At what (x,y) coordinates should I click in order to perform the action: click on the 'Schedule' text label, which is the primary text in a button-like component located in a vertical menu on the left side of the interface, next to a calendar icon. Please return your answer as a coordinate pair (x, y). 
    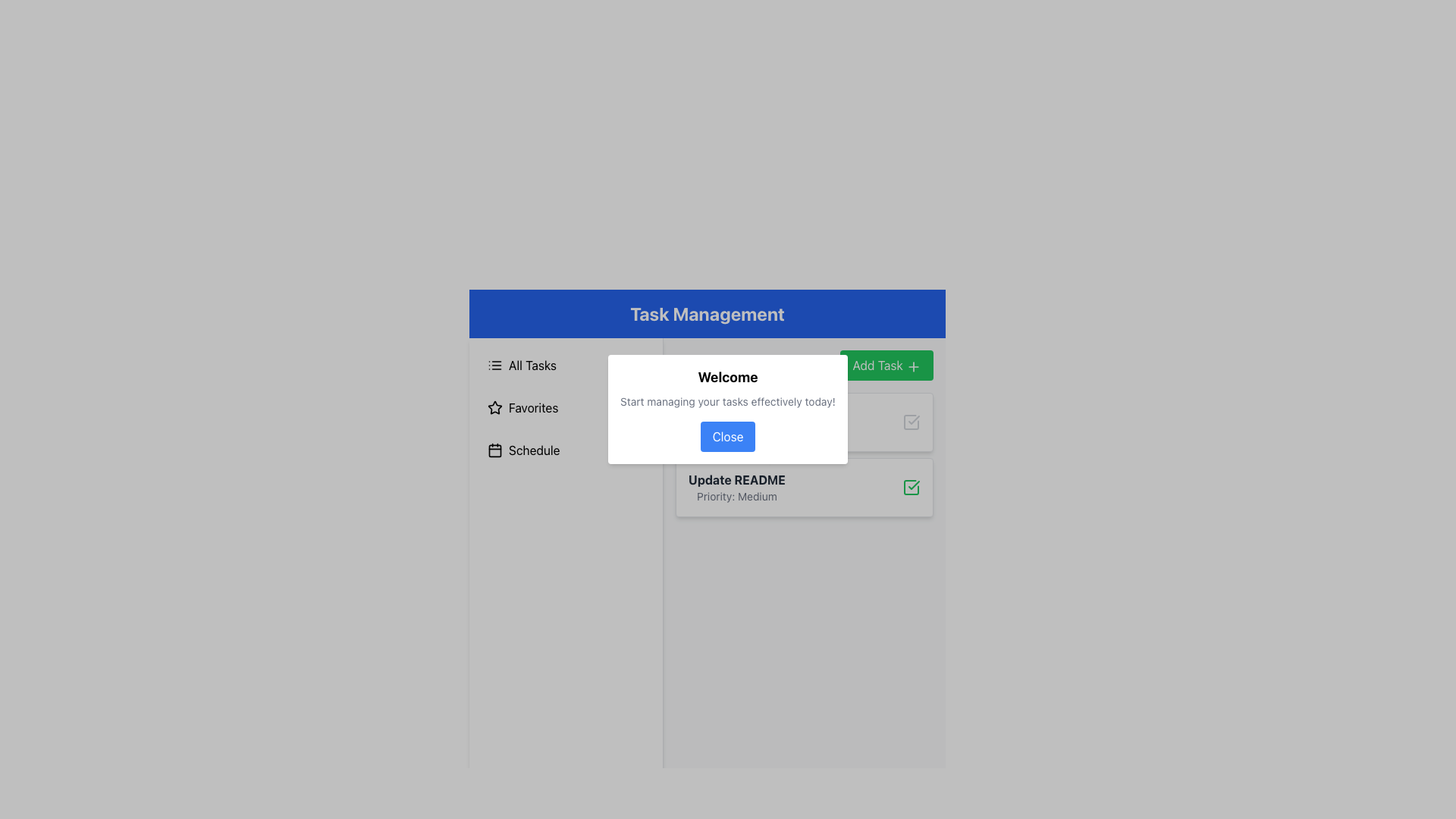
    Looking at the image, I should click on (534, 450).